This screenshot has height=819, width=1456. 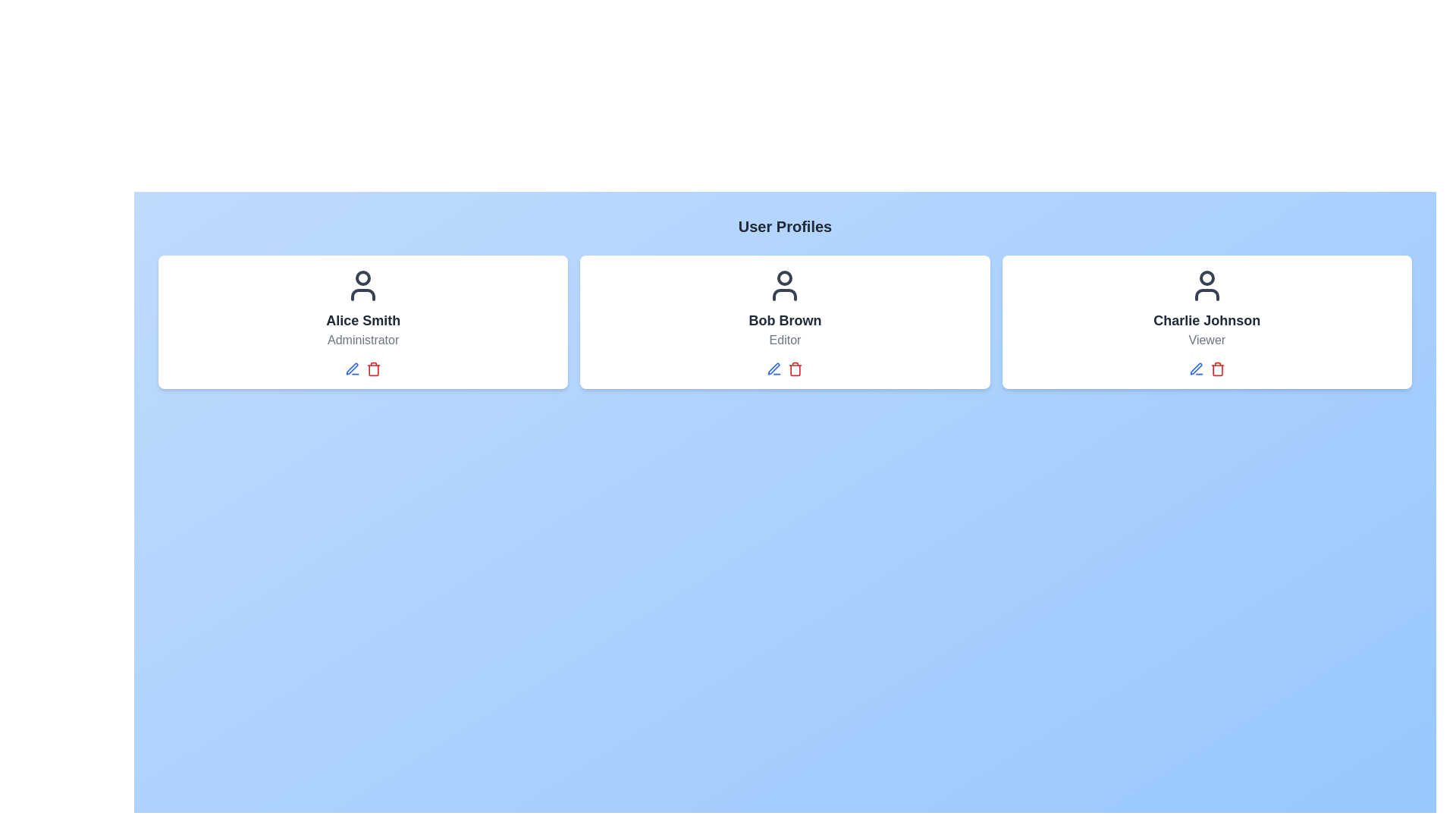 What do you see at coordinates (1206, 286) in the screenshot?
I see `the icon representing 'Charlie Johnson' located at the top-center of the card labeled 'Charlie Johnson' and 'Viewer'` at bounding box center [1206, 286].